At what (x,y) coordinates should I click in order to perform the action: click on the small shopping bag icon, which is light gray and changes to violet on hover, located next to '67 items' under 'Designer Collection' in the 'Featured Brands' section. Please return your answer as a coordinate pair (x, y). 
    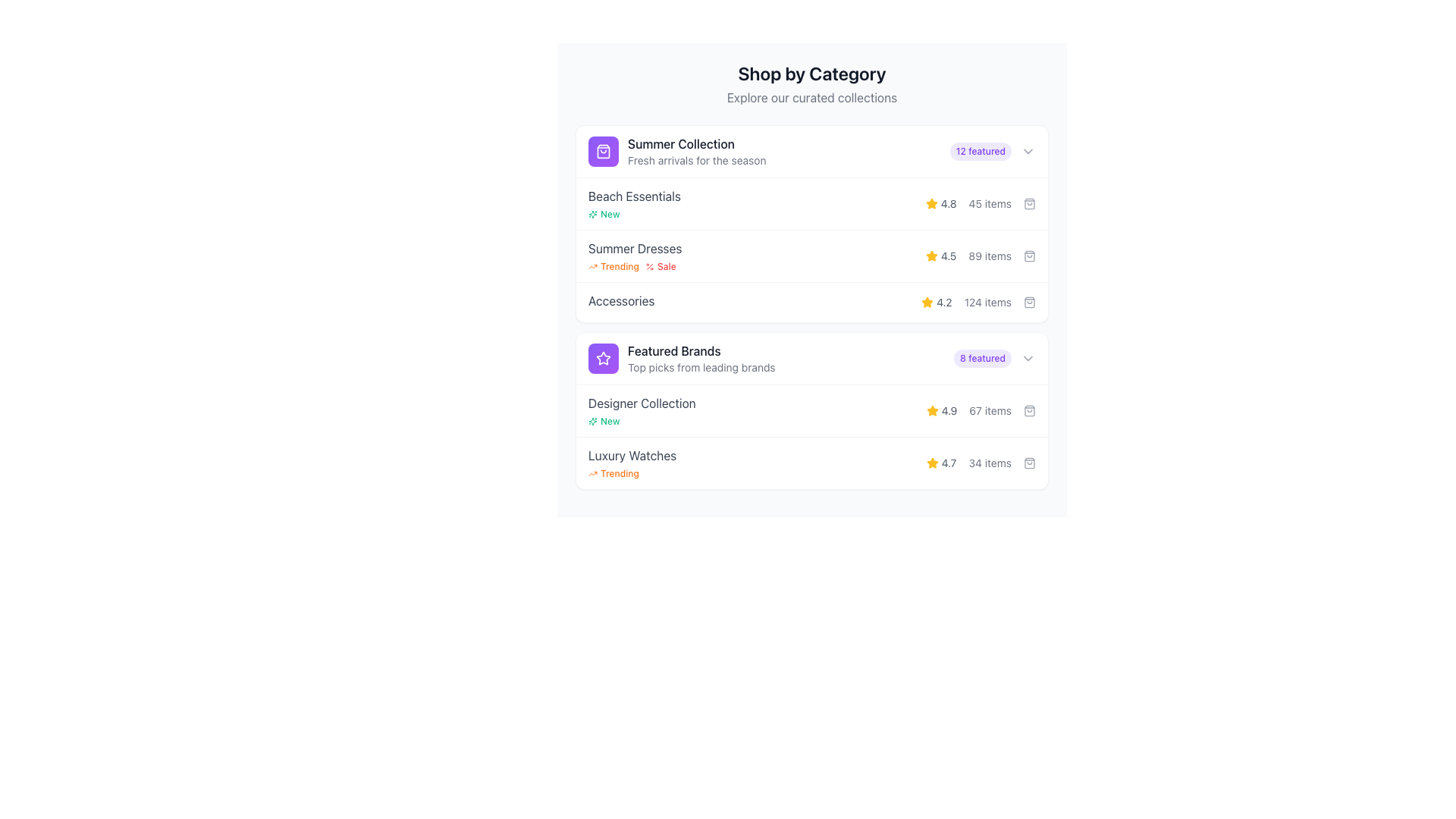
    Looking at the image, I should click on (1030, 411).